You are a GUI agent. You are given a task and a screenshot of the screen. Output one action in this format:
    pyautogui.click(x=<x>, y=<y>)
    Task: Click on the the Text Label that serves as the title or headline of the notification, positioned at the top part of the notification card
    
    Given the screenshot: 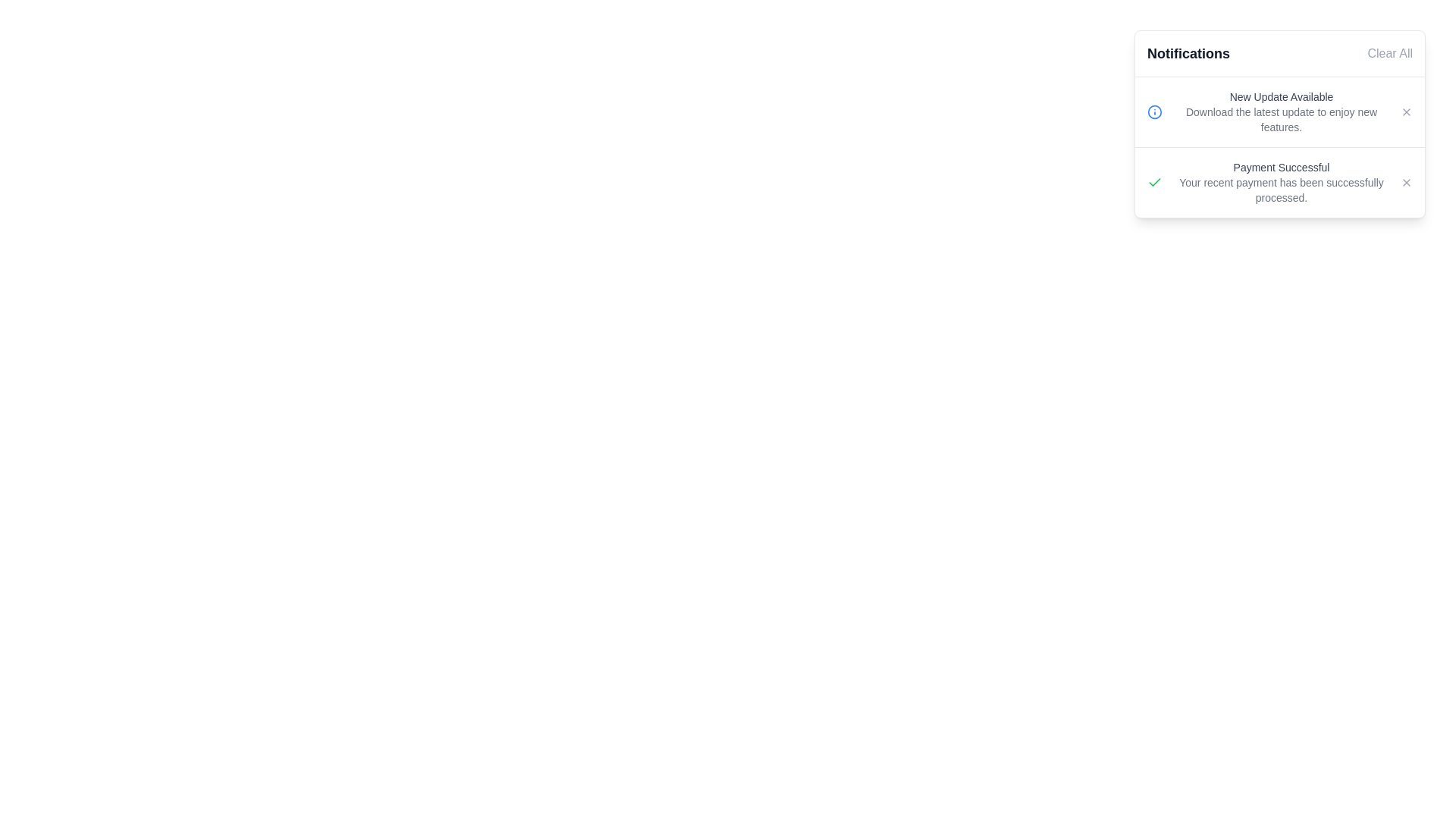 What is the action you would take?
    pyautogui.click(x=1280, y=96)
    